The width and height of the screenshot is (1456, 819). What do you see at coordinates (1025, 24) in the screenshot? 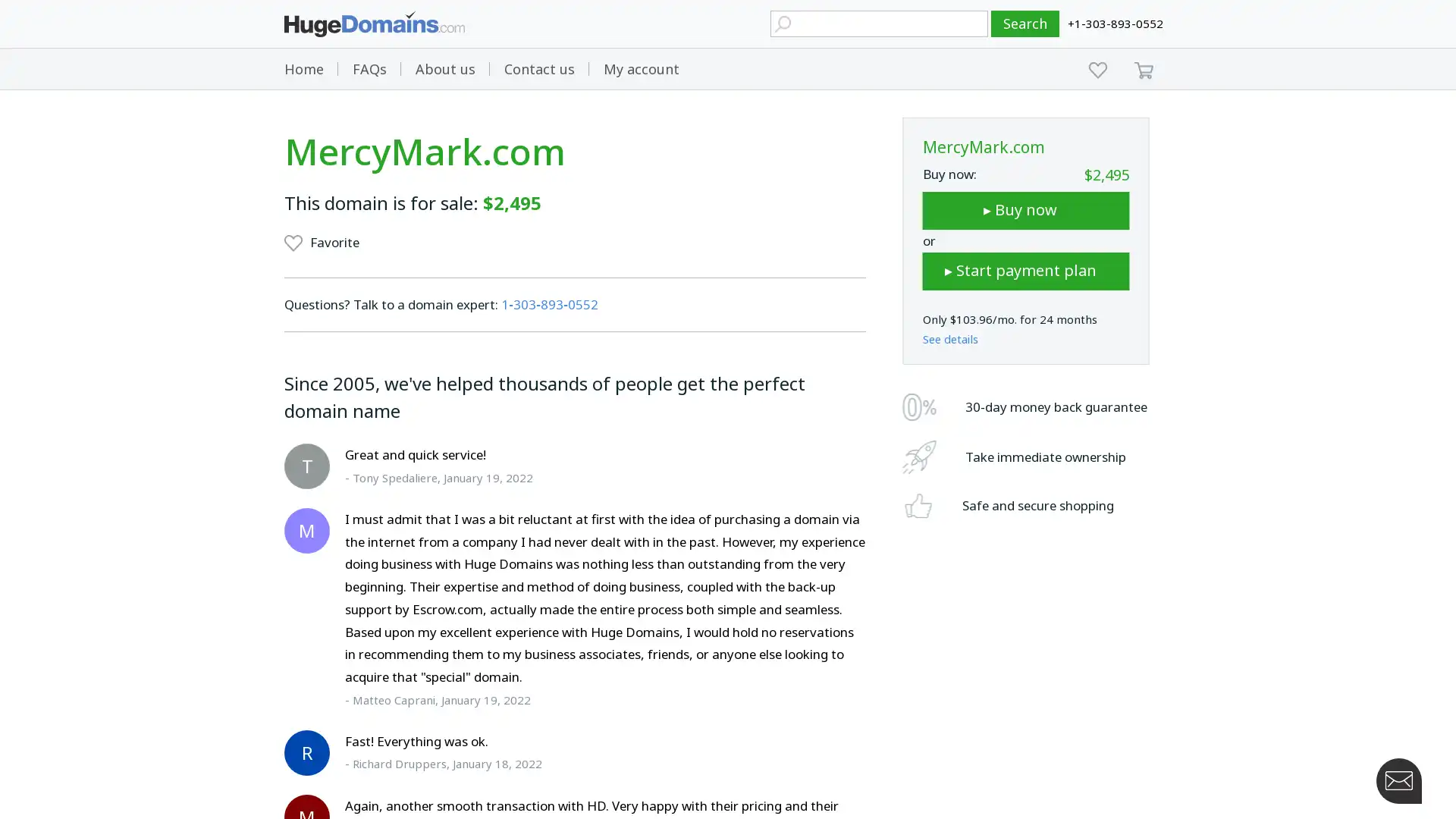
I see `Search` at bounding box center [1025, 24].